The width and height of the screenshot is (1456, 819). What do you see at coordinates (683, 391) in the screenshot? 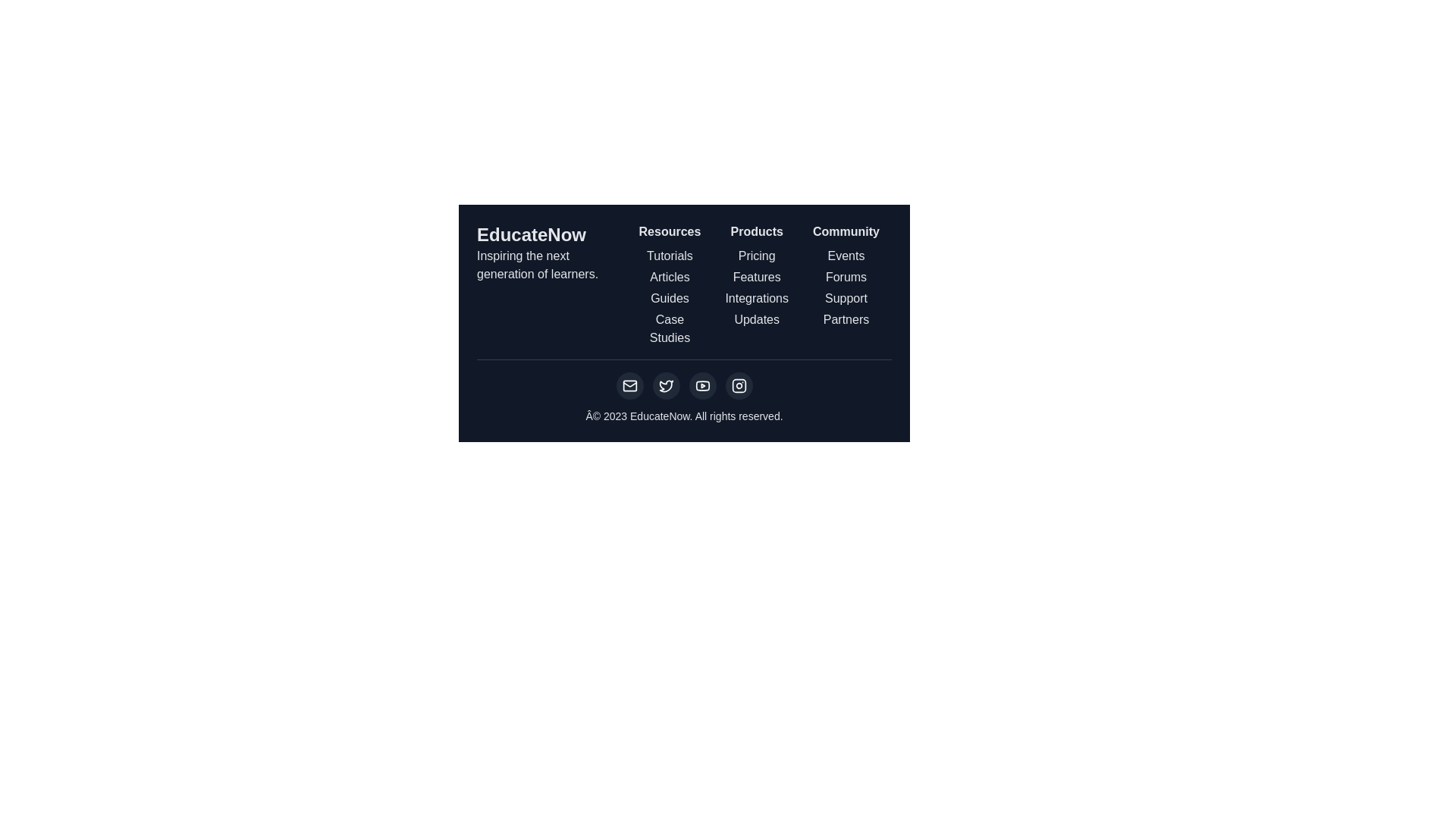
I see `the social media icons located in the footer section of the interface` at bounding box center [683, 391].